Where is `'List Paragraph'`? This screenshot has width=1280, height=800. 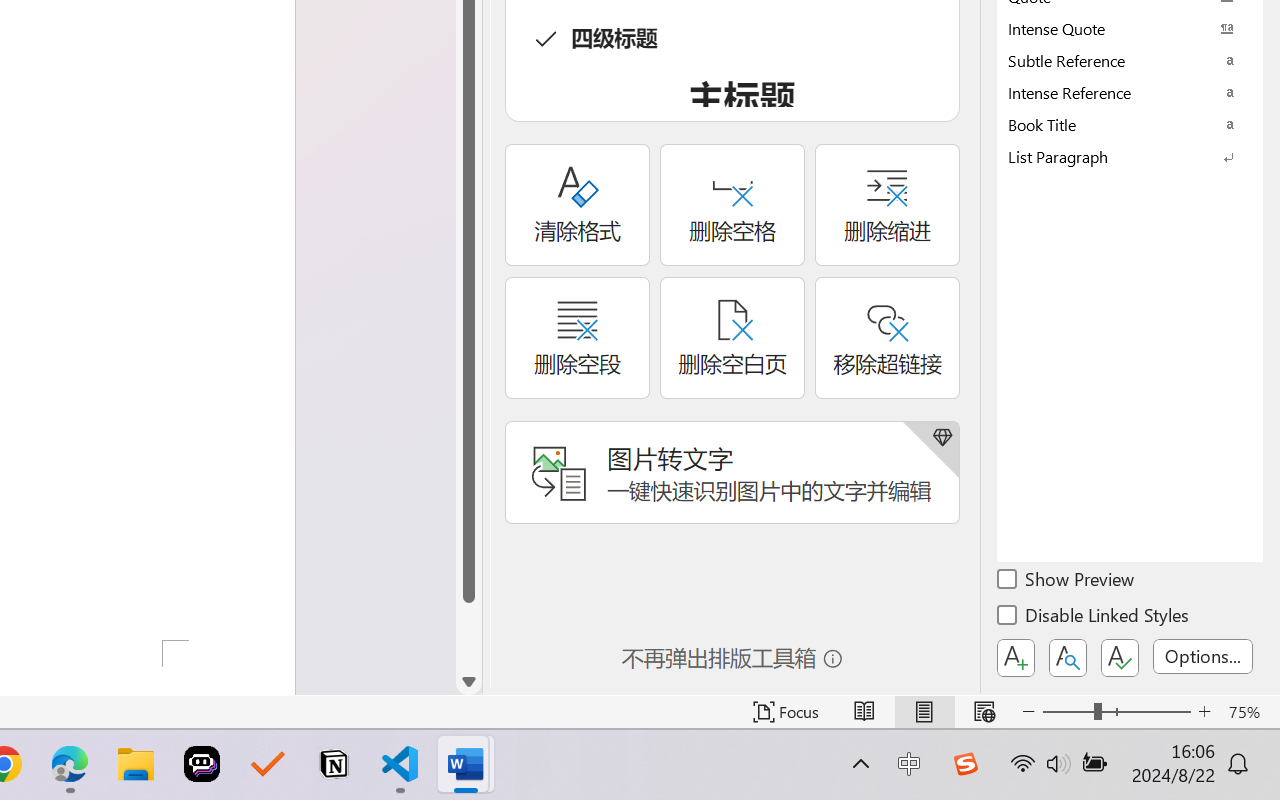
'List Paragraph' is located at coordinates (1130, 156).